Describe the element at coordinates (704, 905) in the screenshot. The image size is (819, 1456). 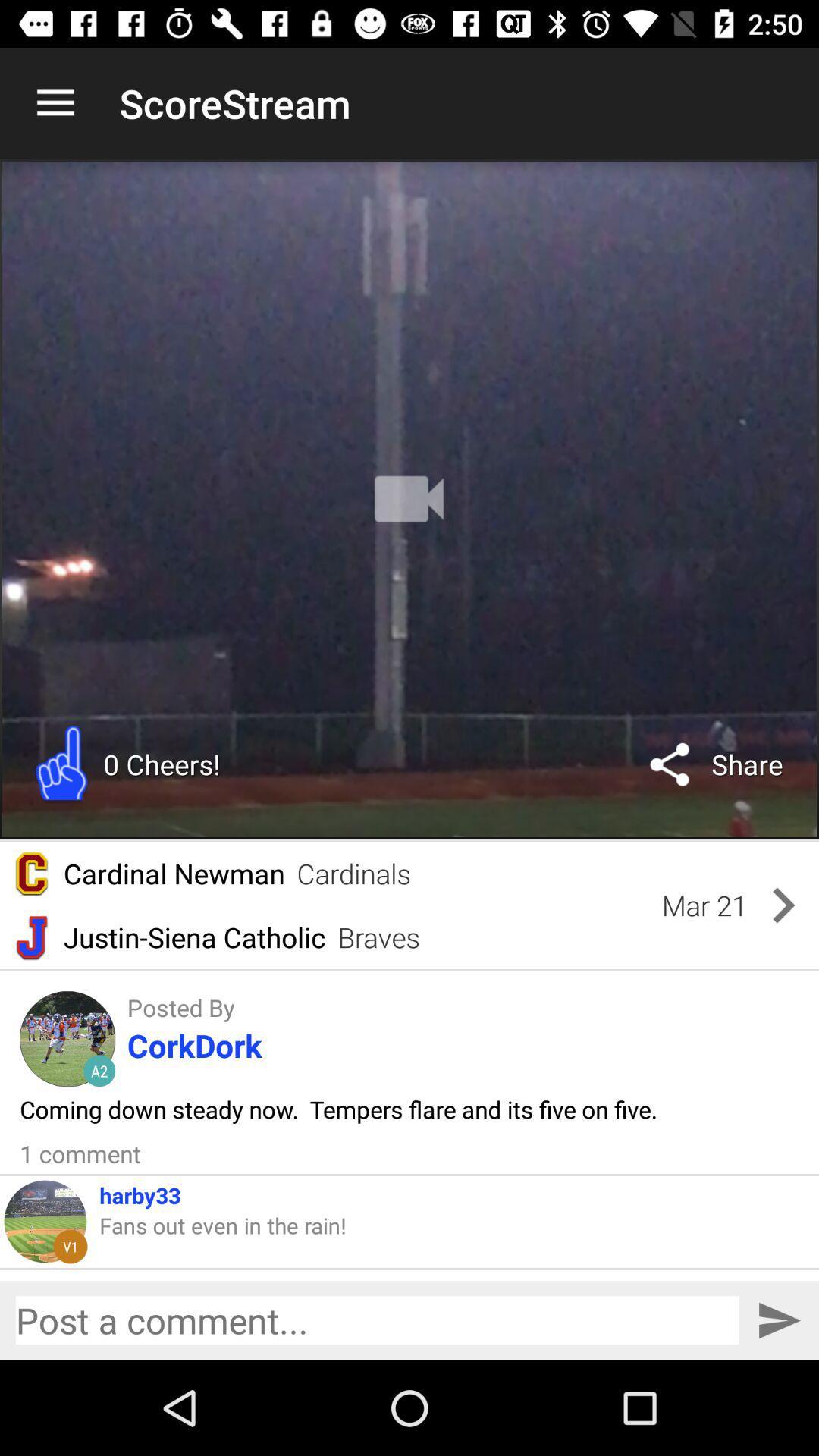
I see `mar 21 item` at that location.